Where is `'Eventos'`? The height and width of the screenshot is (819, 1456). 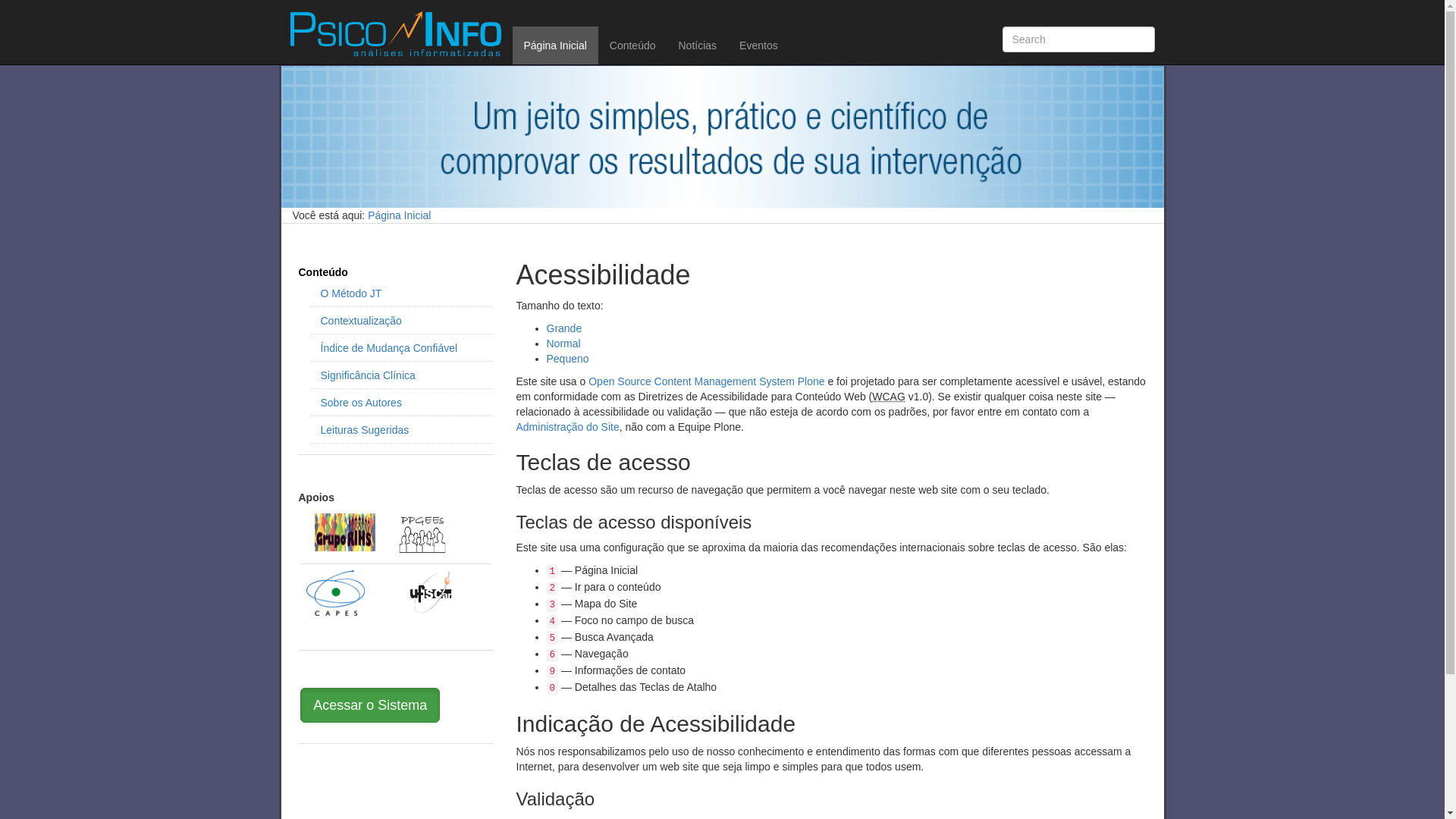
'Eventos' is located at coordinates (758, 45).